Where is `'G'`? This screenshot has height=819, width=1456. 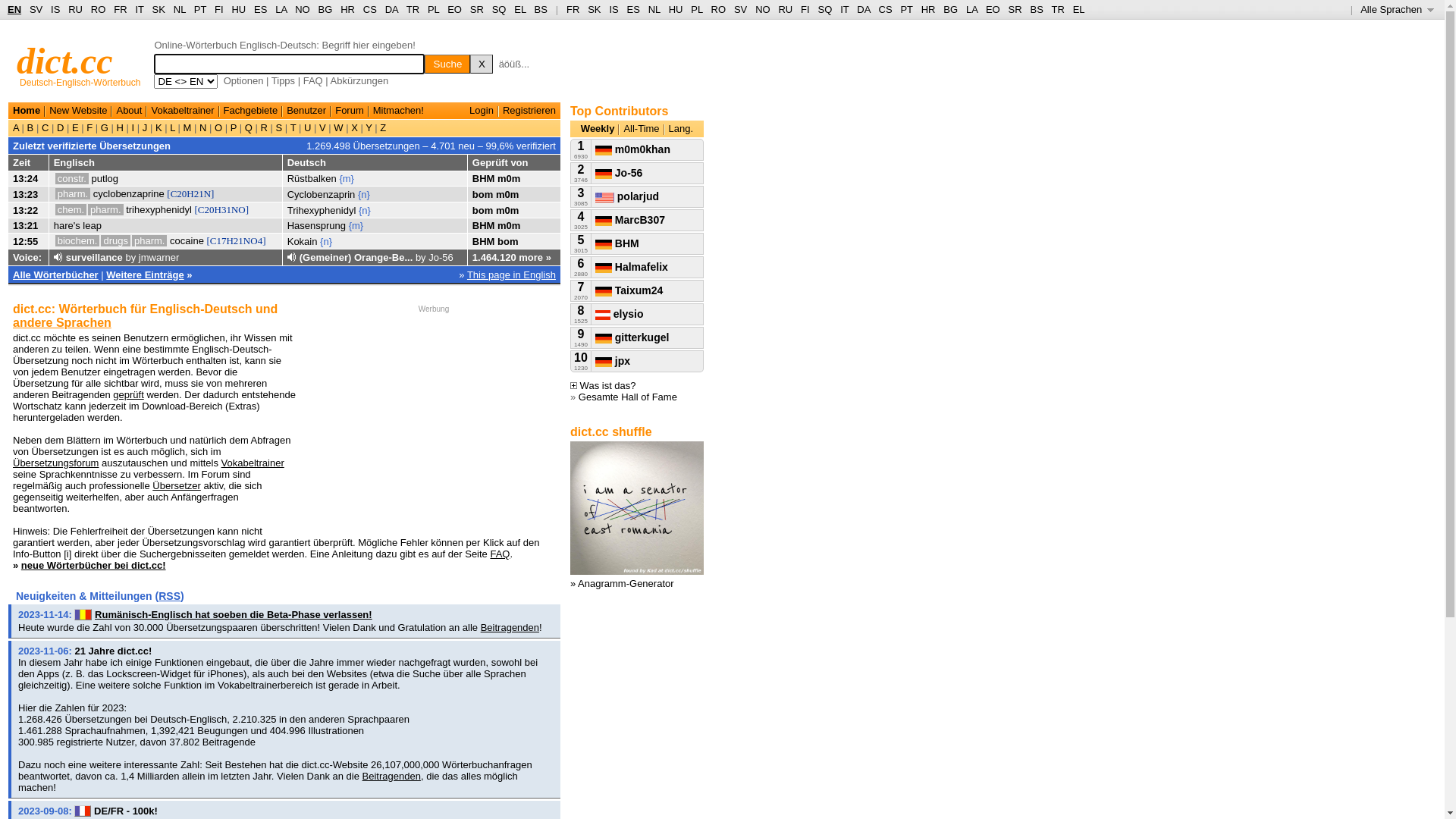
'G' is located at coordinates (97, 127).